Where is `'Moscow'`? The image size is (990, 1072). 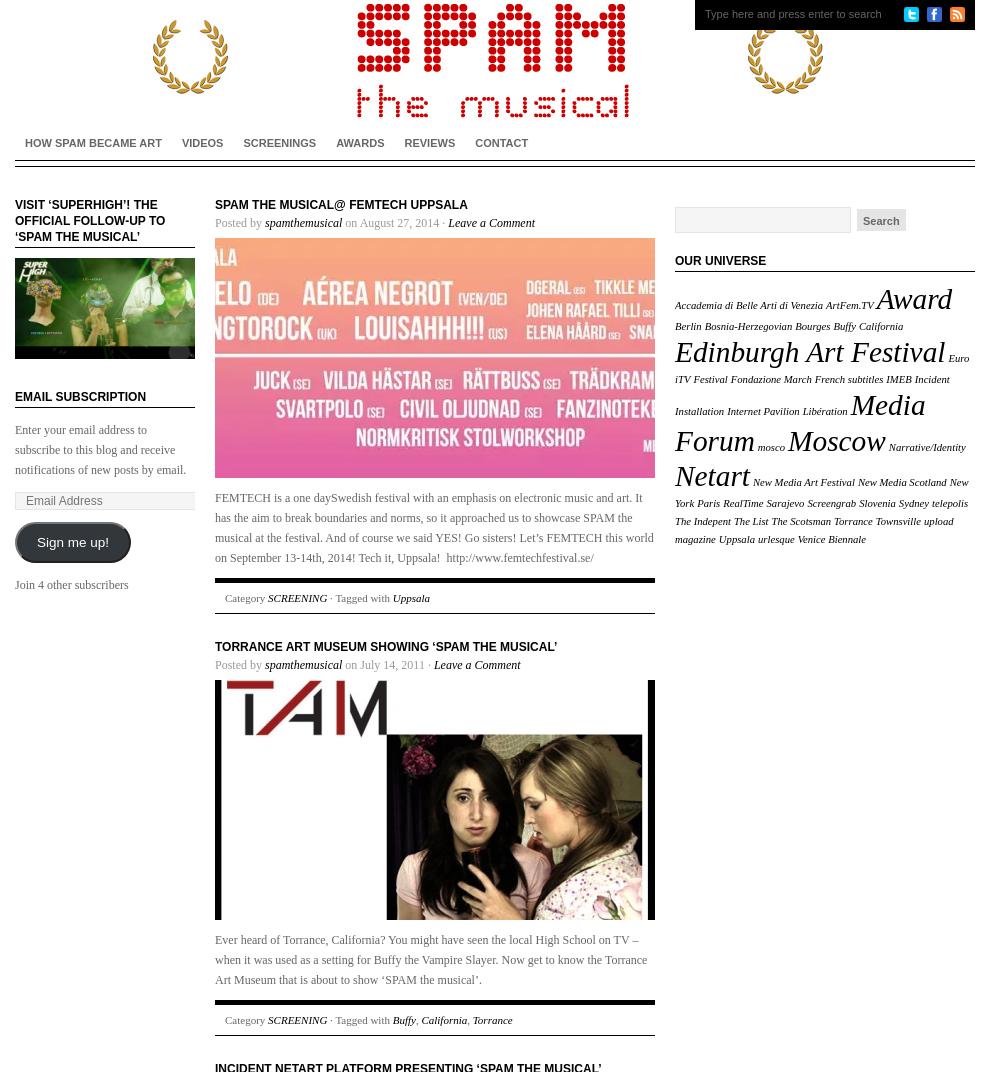 'Moscow' is located at coordinates (835, 438).